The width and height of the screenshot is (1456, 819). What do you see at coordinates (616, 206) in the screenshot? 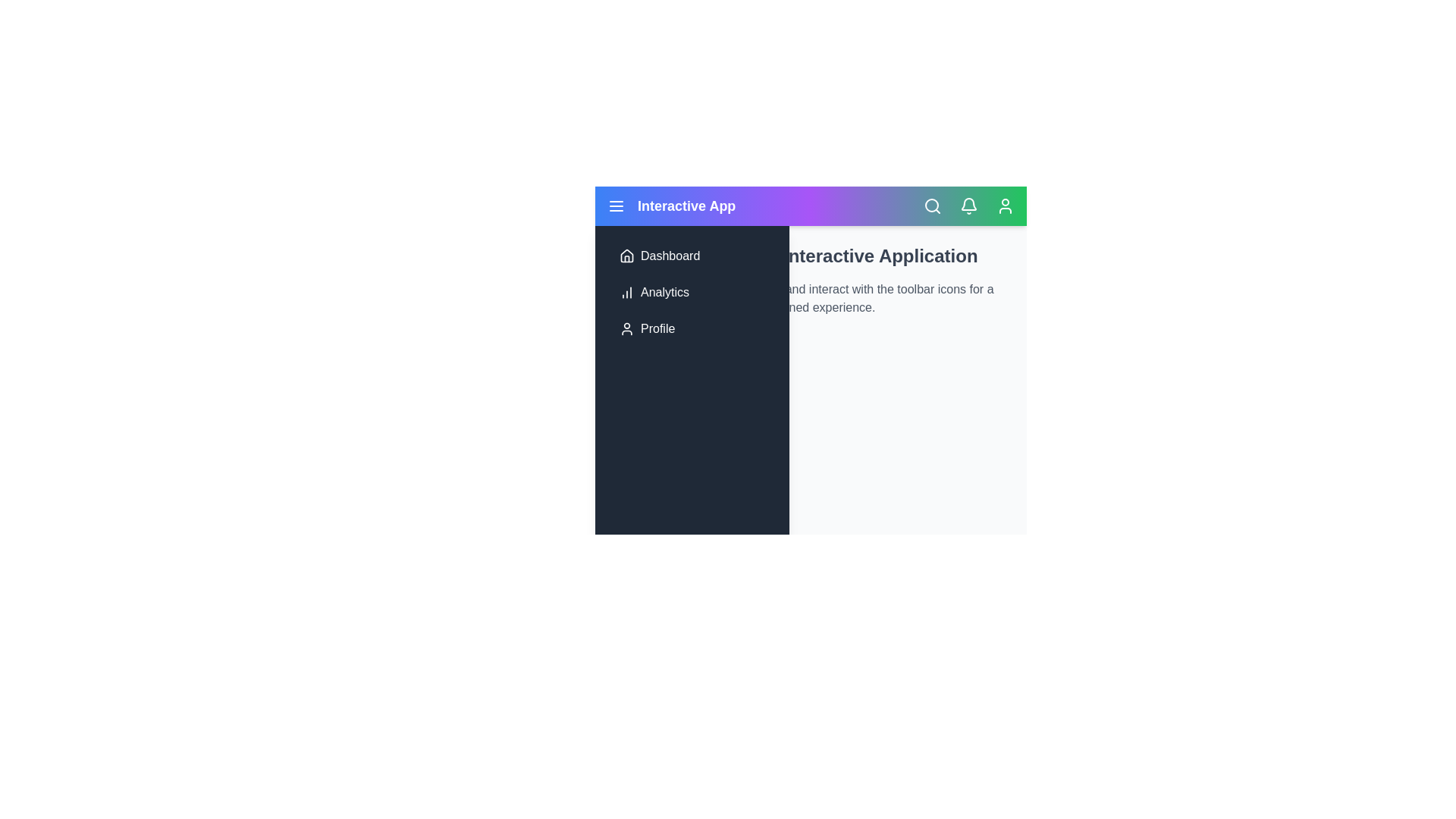
I see `the menu icon to toggle the side menu` at bounding box center [616, 206].